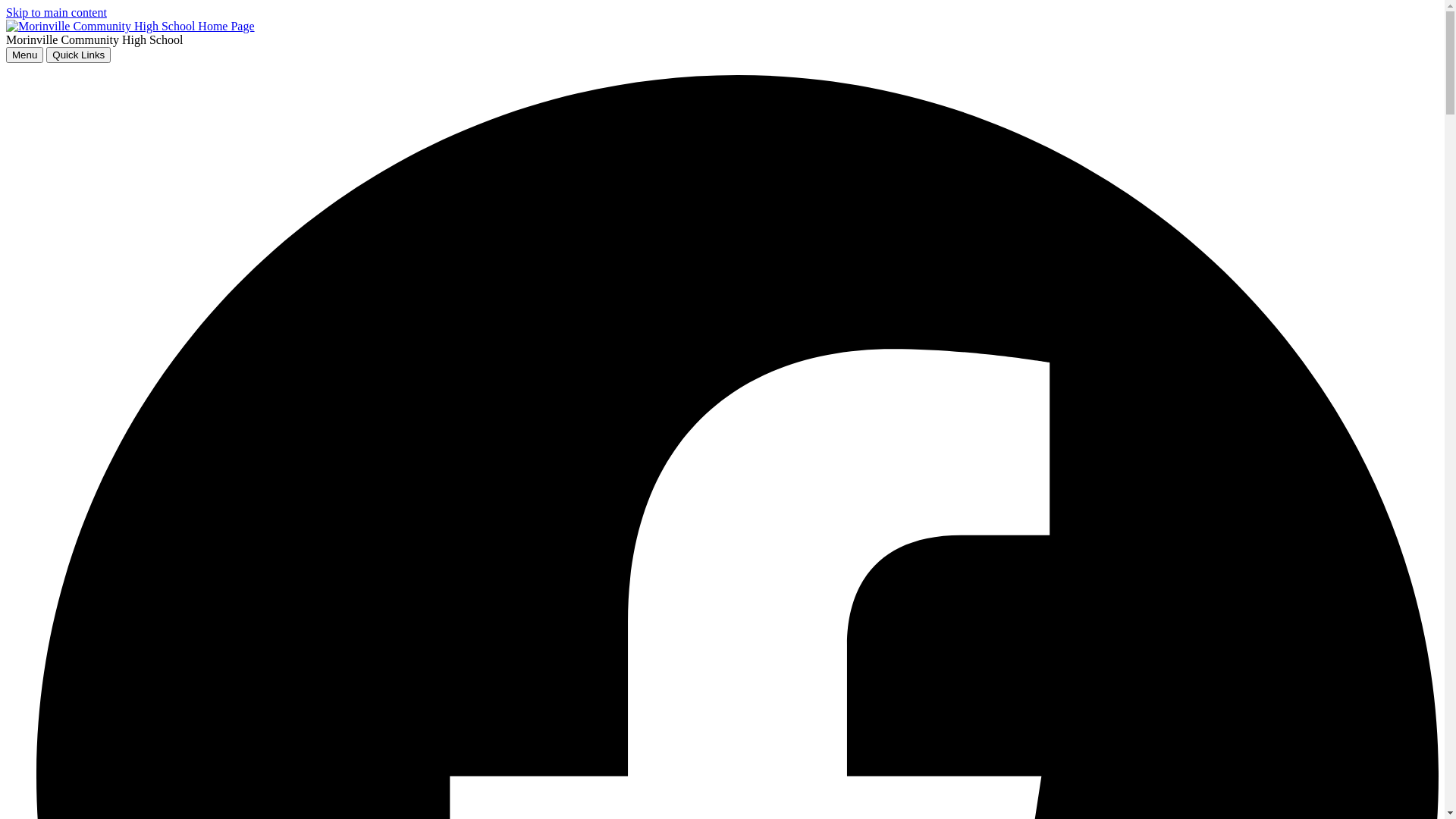  What do you see at coordinates (77, 54) in the screenshot?
I see `'Quick Links'` at bounding box center [77, 54].